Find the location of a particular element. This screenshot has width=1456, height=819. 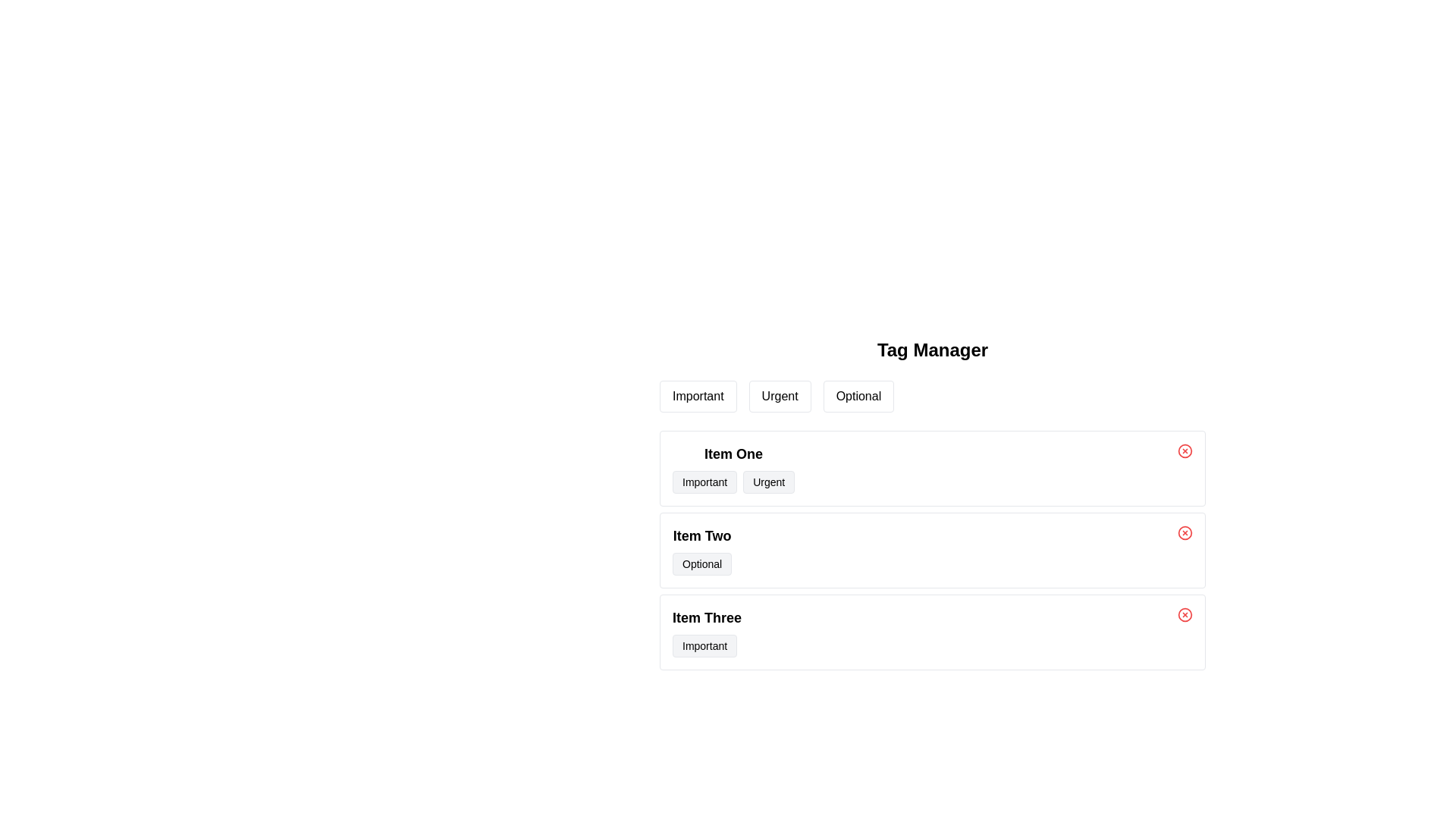

the label or tag element that is positioned under 'Item Three', serving as an indicator for the associated task is located at coordinates (704, 646).